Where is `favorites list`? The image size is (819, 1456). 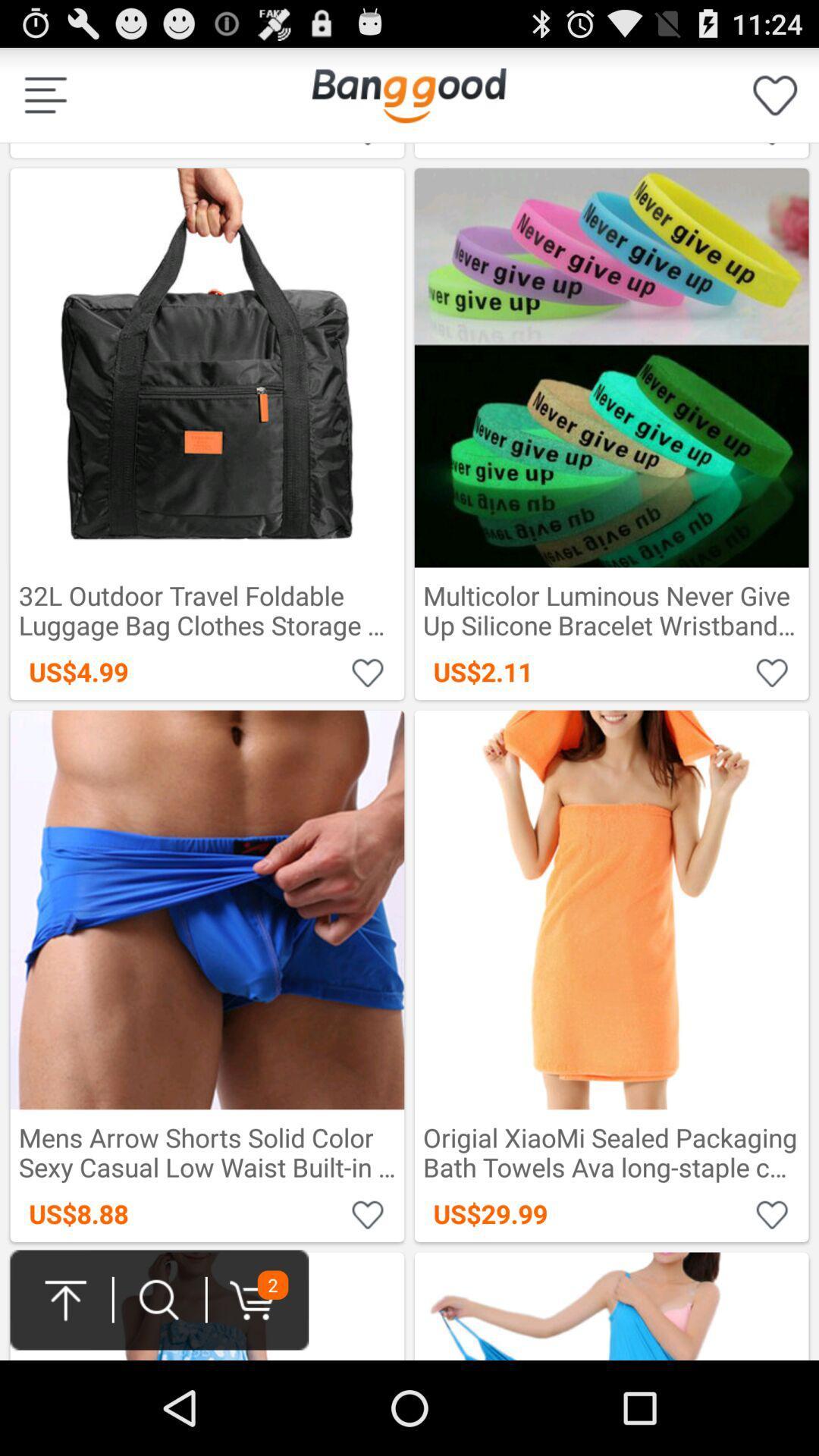 favorites list is located at coordinates (775, 94).